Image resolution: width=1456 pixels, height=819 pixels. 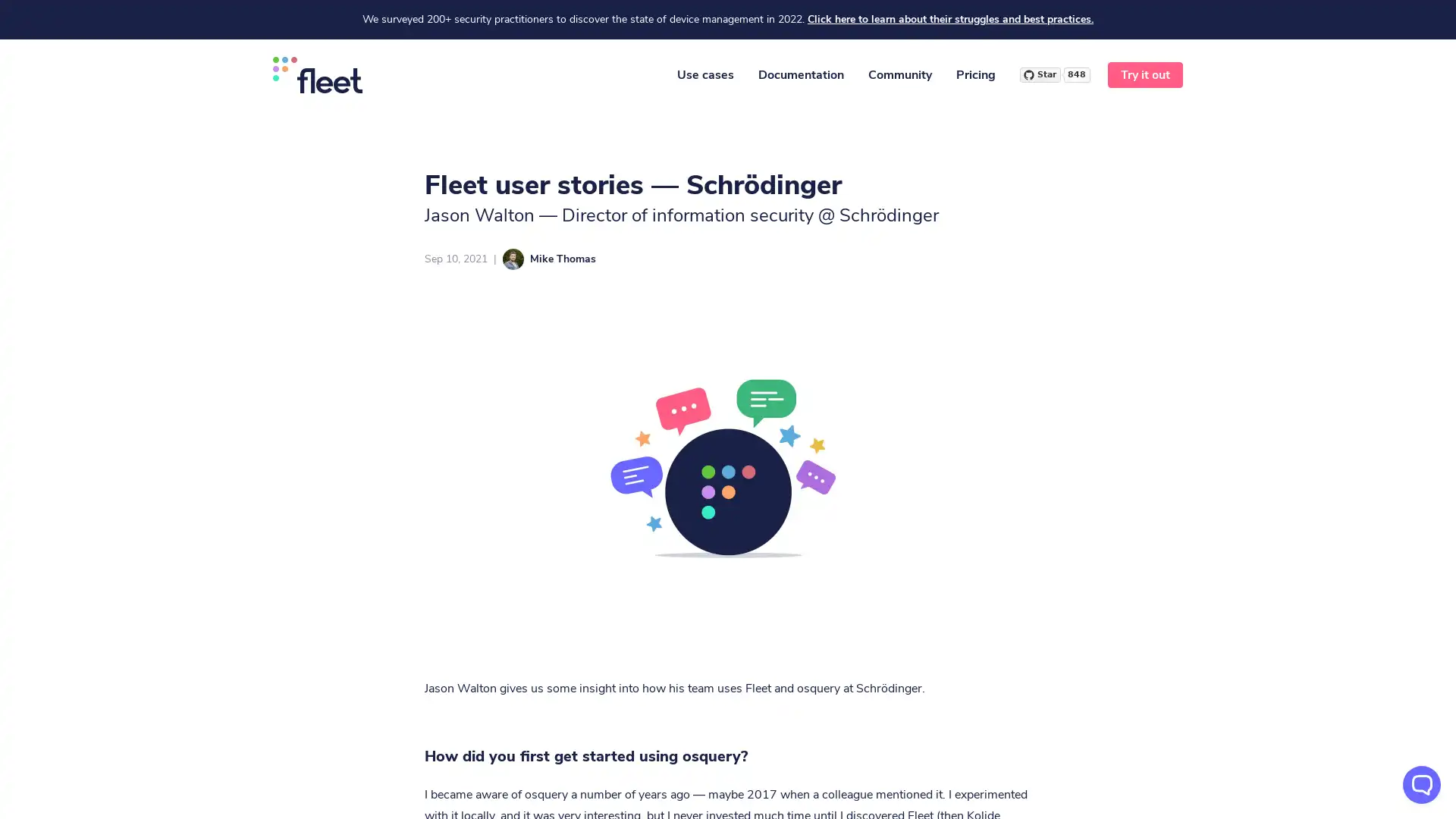 What do you see at coordinates (1421, 784) in the screenshot?
I see `Open chat widget` at bounding box center [1421, 784].